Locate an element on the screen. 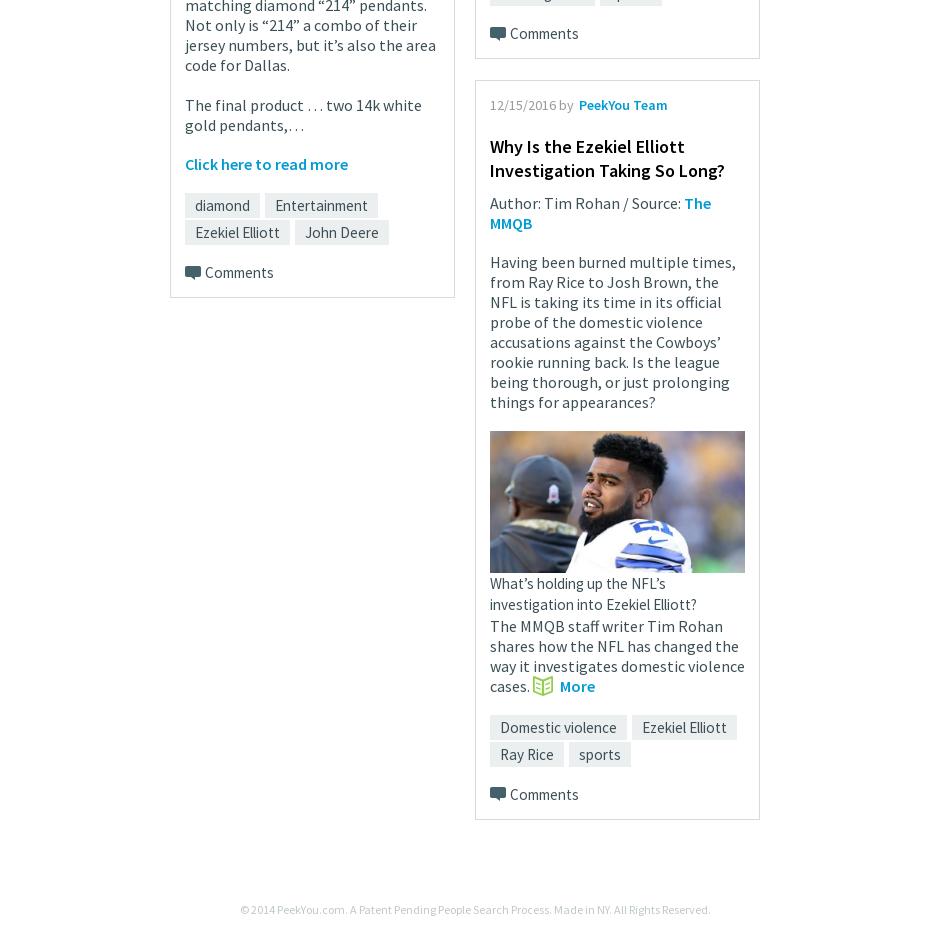 Image resolution: width=950 pixels, height=948 pixels. 'Click here to read more' is located at coordinates (265, 161).